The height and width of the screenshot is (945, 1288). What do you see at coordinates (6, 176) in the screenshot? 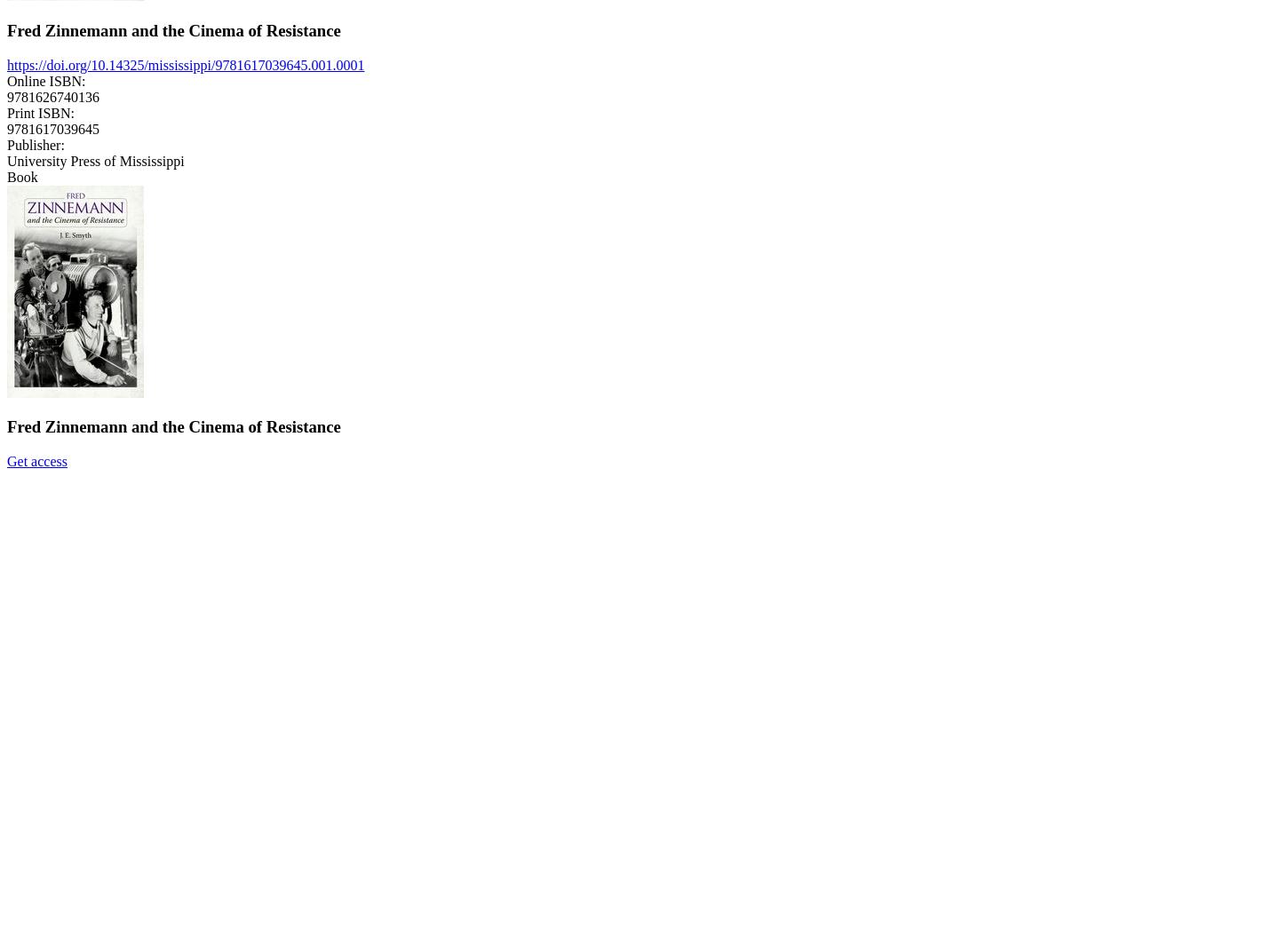
I see `'Book'` at bounding box center [6, 176].